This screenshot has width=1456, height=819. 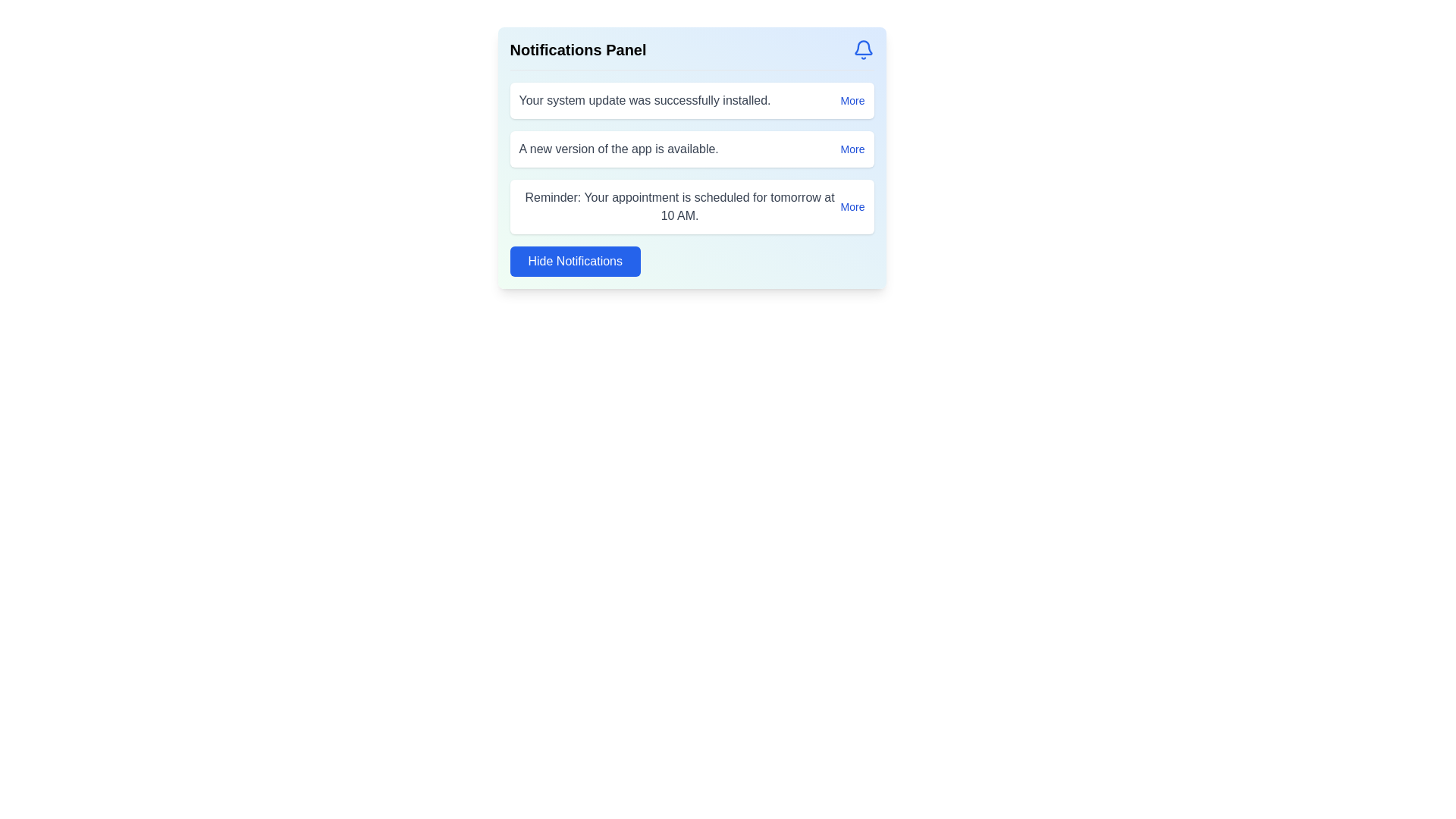 What do you see at coordinates (852, 149) in the screenshot?
I see `the link or button in the top-right corner of the second notification card to access more details` at bounding box center [852, 149].